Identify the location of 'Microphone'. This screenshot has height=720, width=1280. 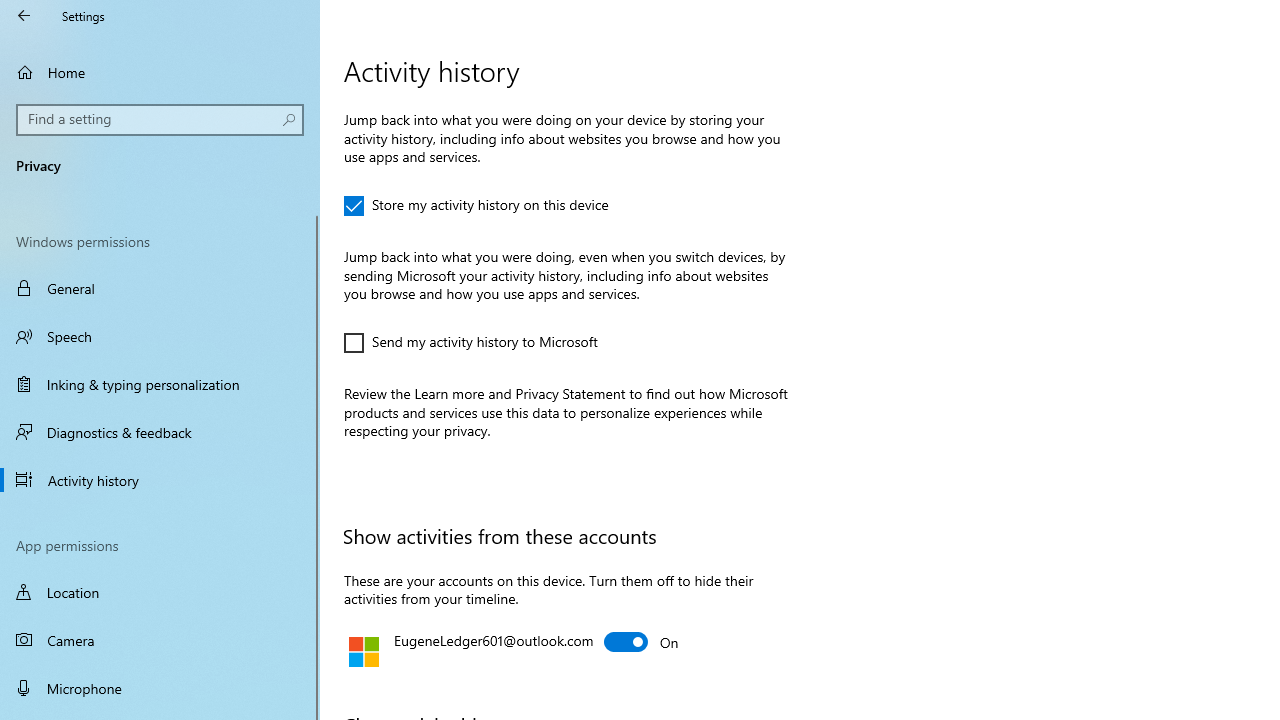
(160, 686).